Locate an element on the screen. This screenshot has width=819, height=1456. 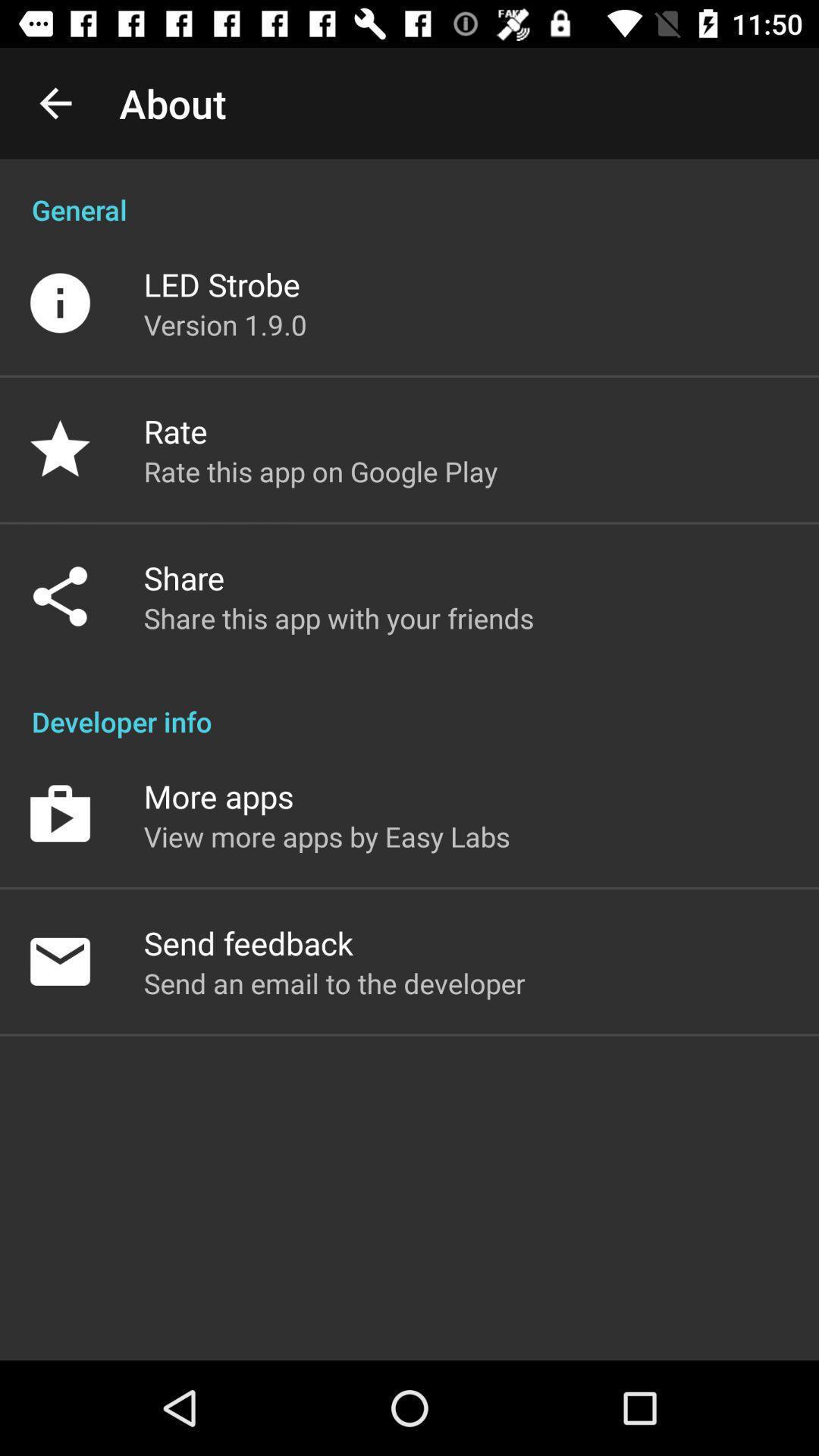
app to the left of the about is located at coordinates (55, 102).